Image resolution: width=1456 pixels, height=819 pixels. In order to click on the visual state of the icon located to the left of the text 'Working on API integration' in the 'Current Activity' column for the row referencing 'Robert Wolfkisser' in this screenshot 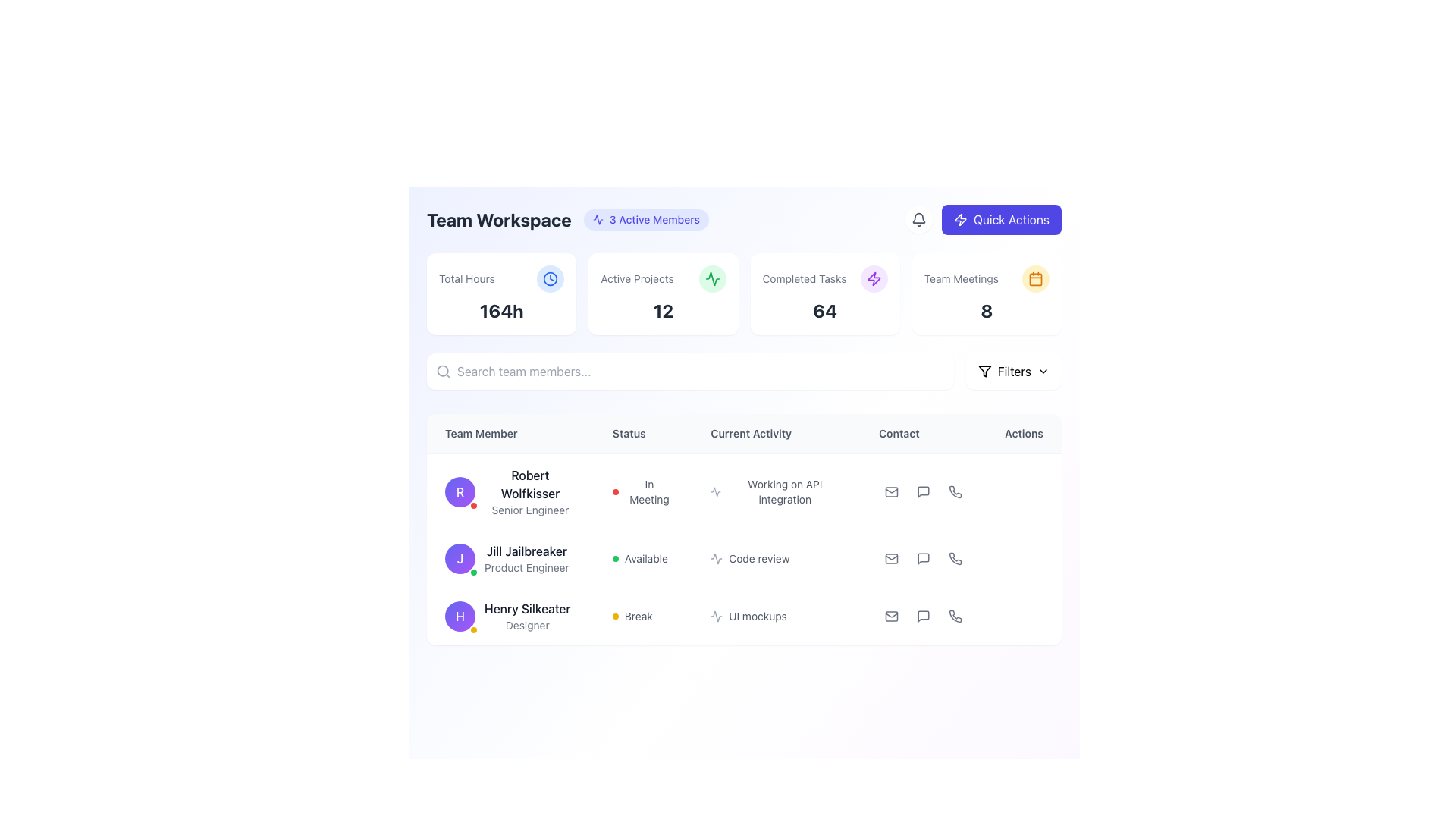, I will do `click(715, 491)`.